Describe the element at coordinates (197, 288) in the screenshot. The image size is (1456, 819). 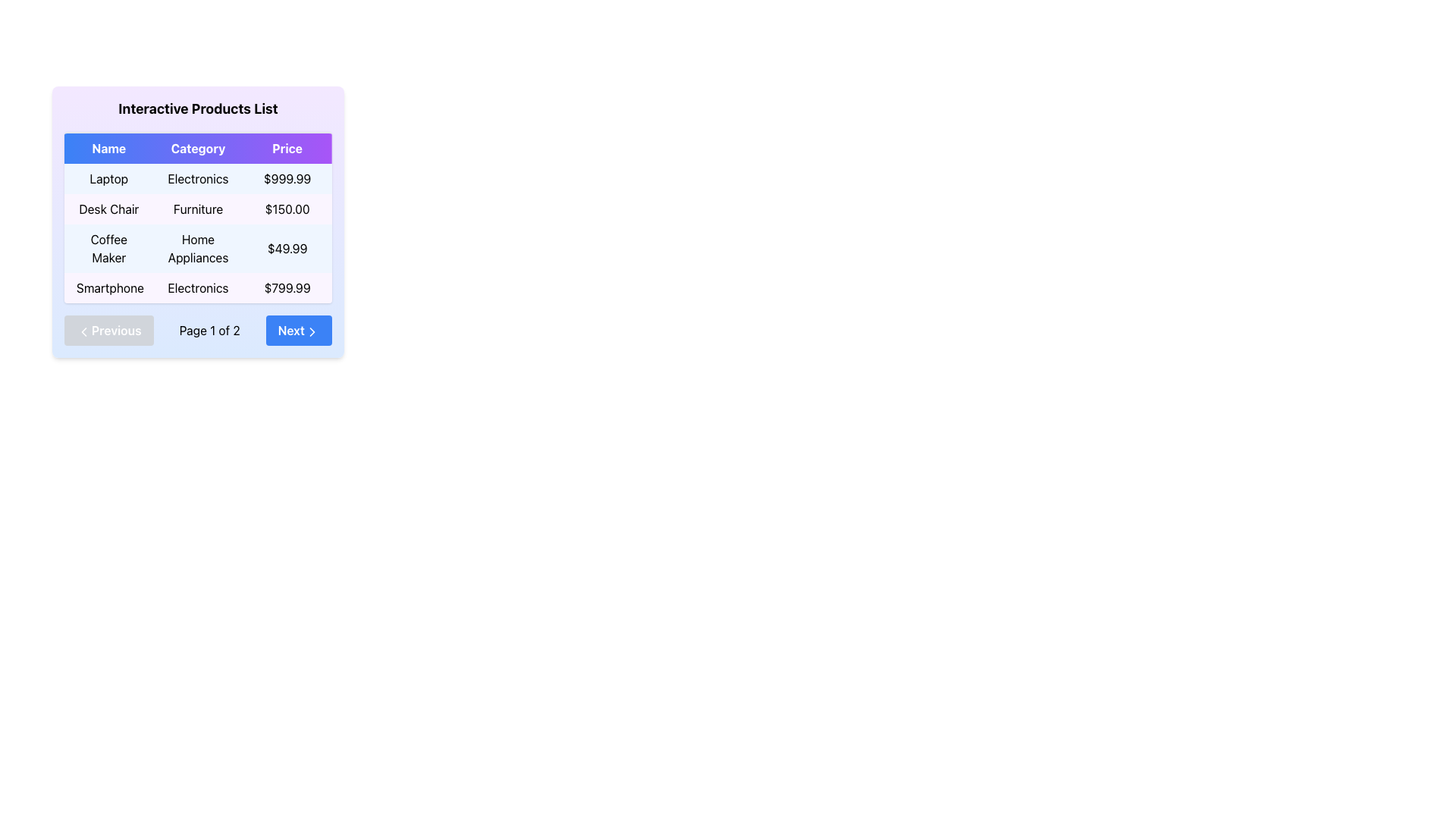
I see `the fourth row of the product table displaying 'Smartphone' in the left column, 'Electronics' in the center, and '$799.99' in the right column` at that location.